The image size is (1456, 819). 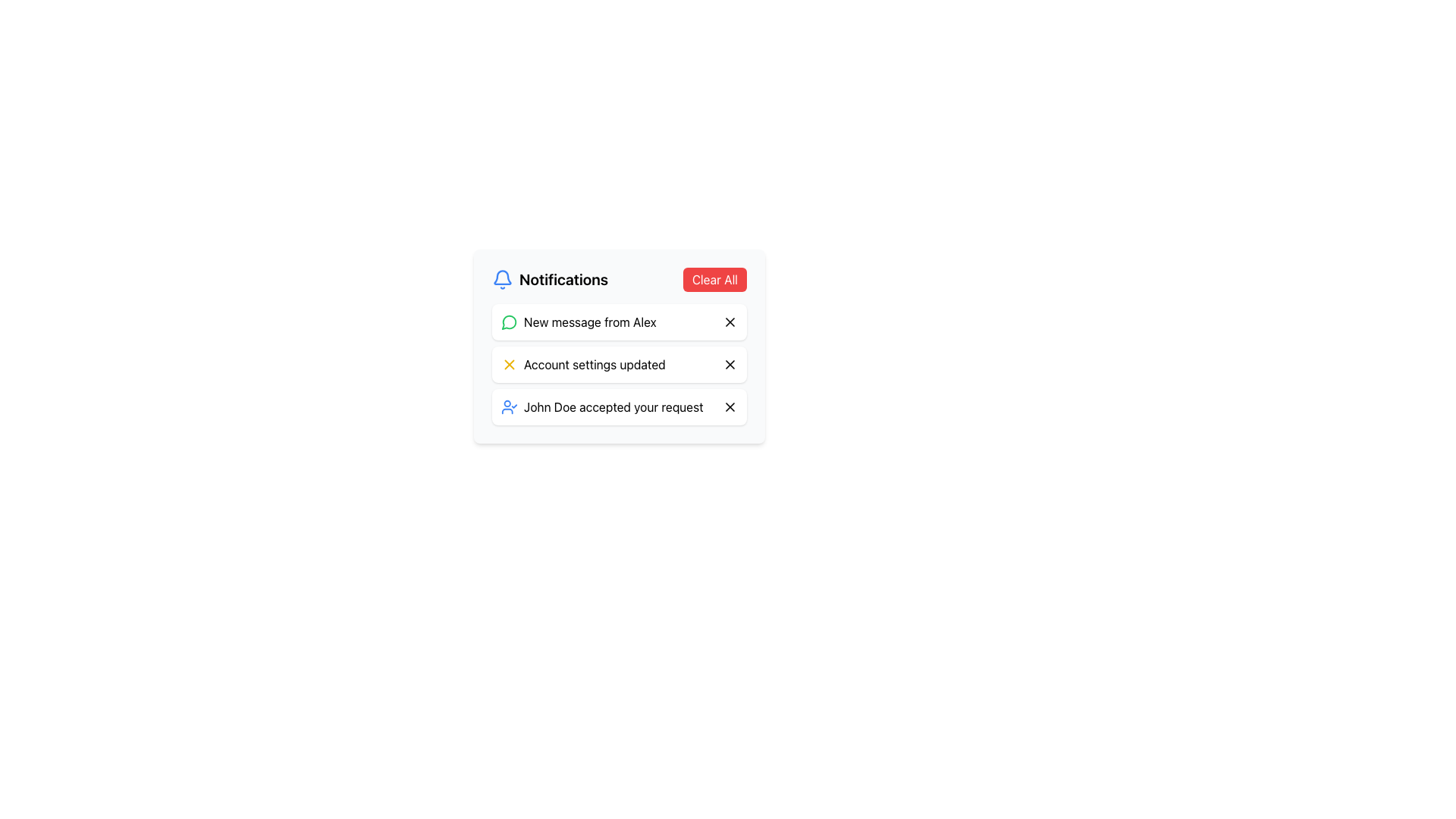 What do you see at coordinates (510, 365) in the screenshot?
I see `the dismiss button icon located in the notification panel next to the 'Account settings updated' message` at bounding box center [510, 365].